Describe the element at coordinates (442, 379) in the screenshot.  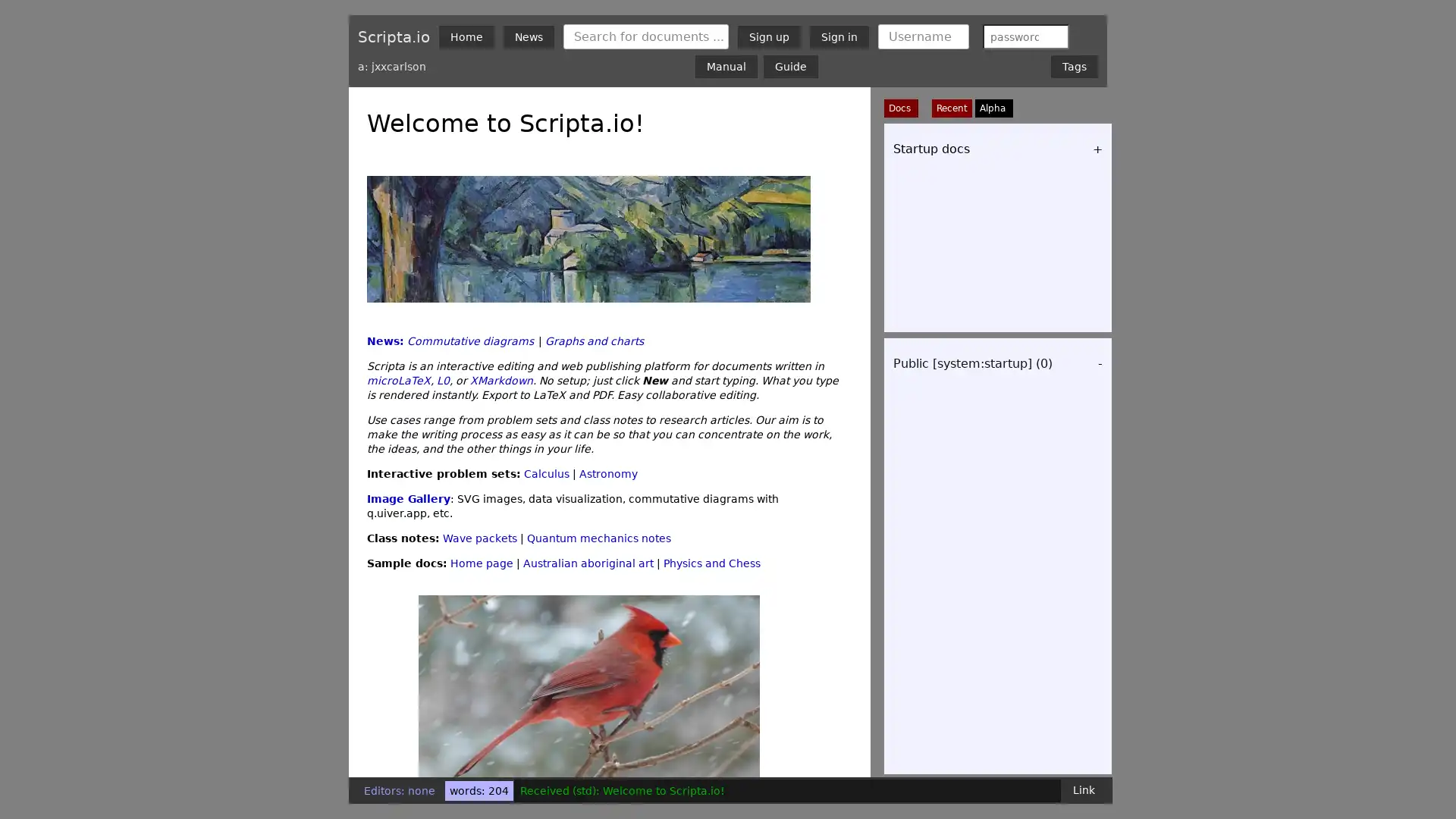
I see `L0` at that location.